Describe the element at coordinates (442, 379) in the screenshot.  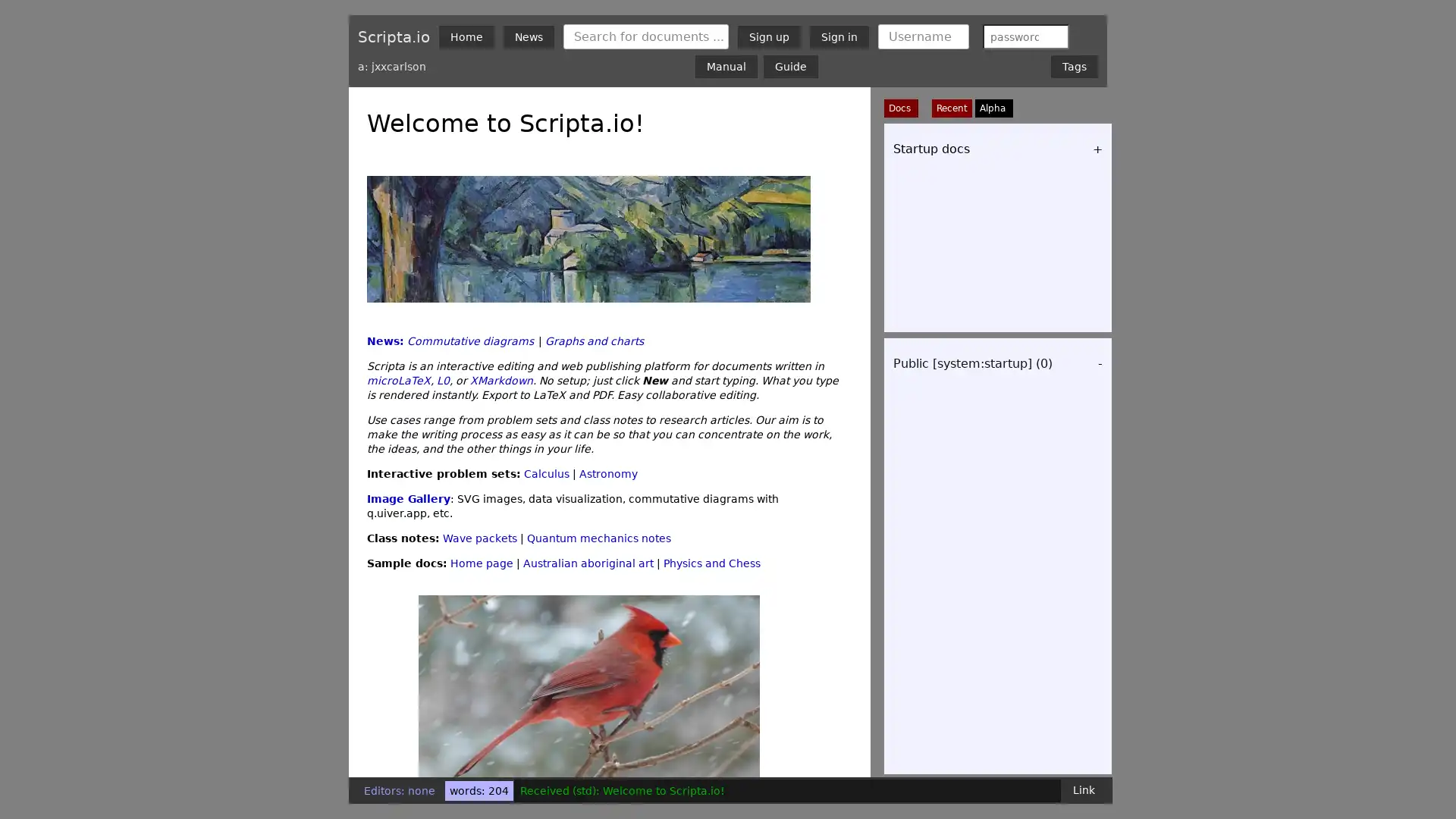
I see `L0` at that location.